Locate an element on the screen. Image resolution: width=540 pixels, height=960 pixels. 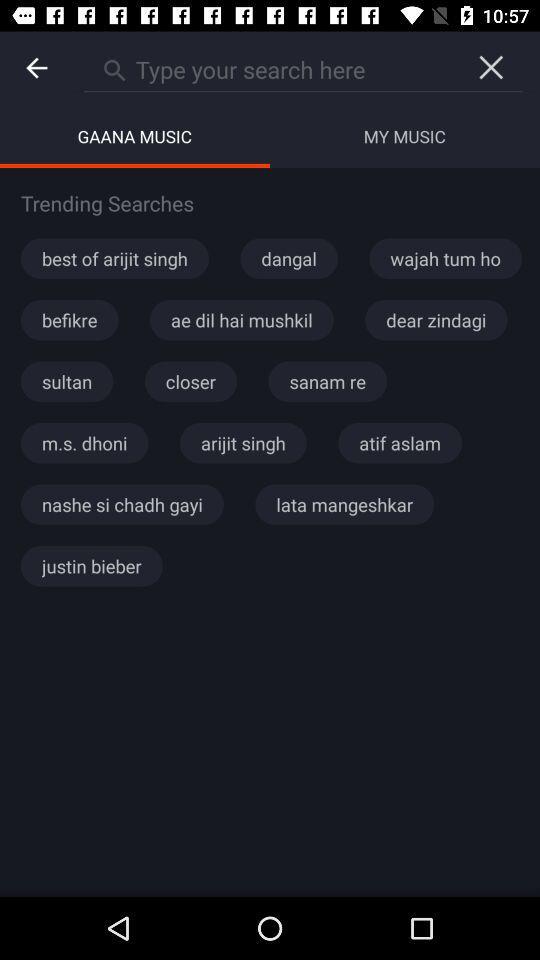
item next to the sanam re icon is located at coordinates (190, 380).